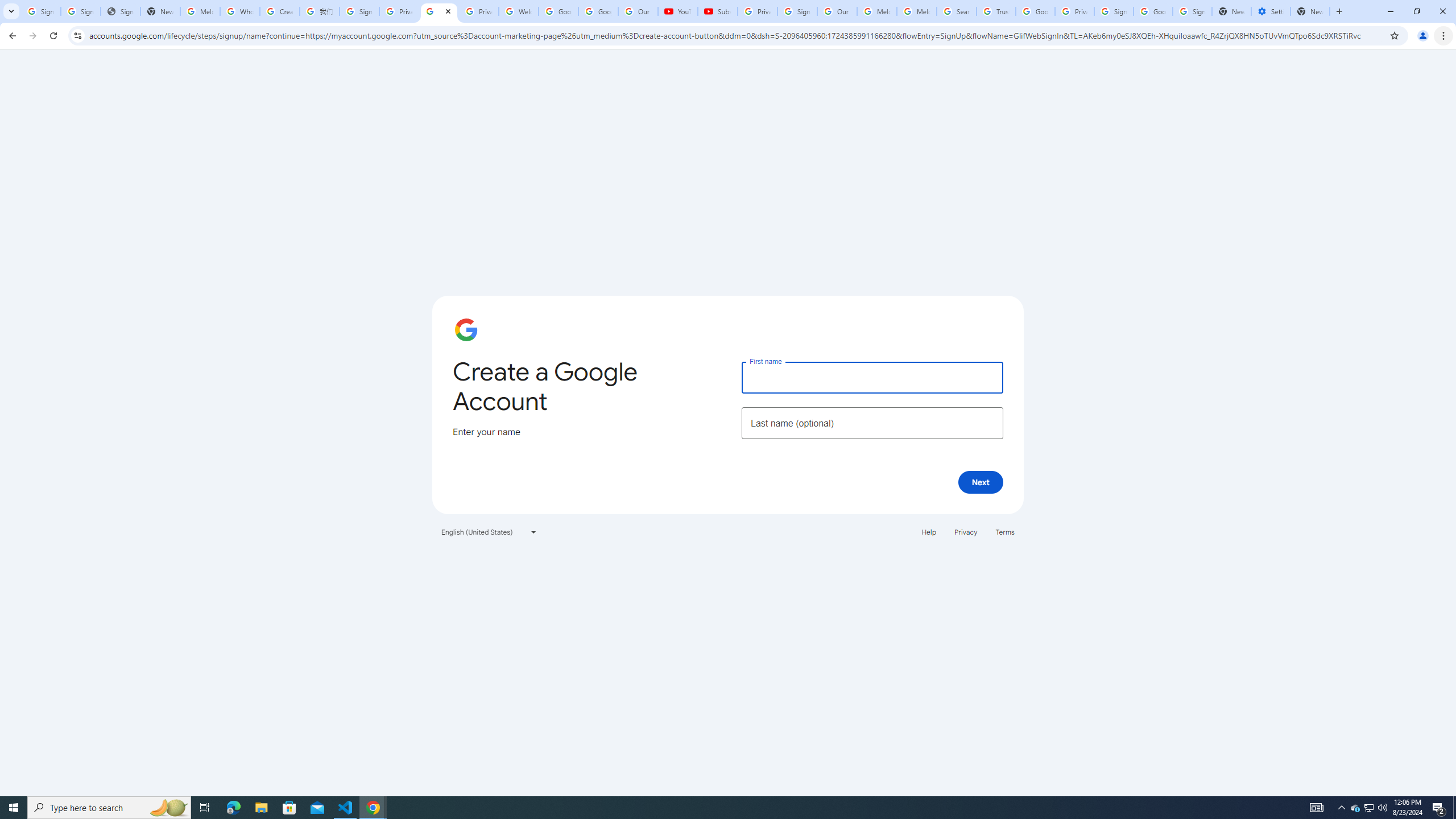 The width and height of the screenshot is (1456, 819). What do you see at coordinates (1152, 11) in the screenshot?
I see `'Google Cybersecurity Innovations - Google Safety Center'` at bounding box center [1152, 11].